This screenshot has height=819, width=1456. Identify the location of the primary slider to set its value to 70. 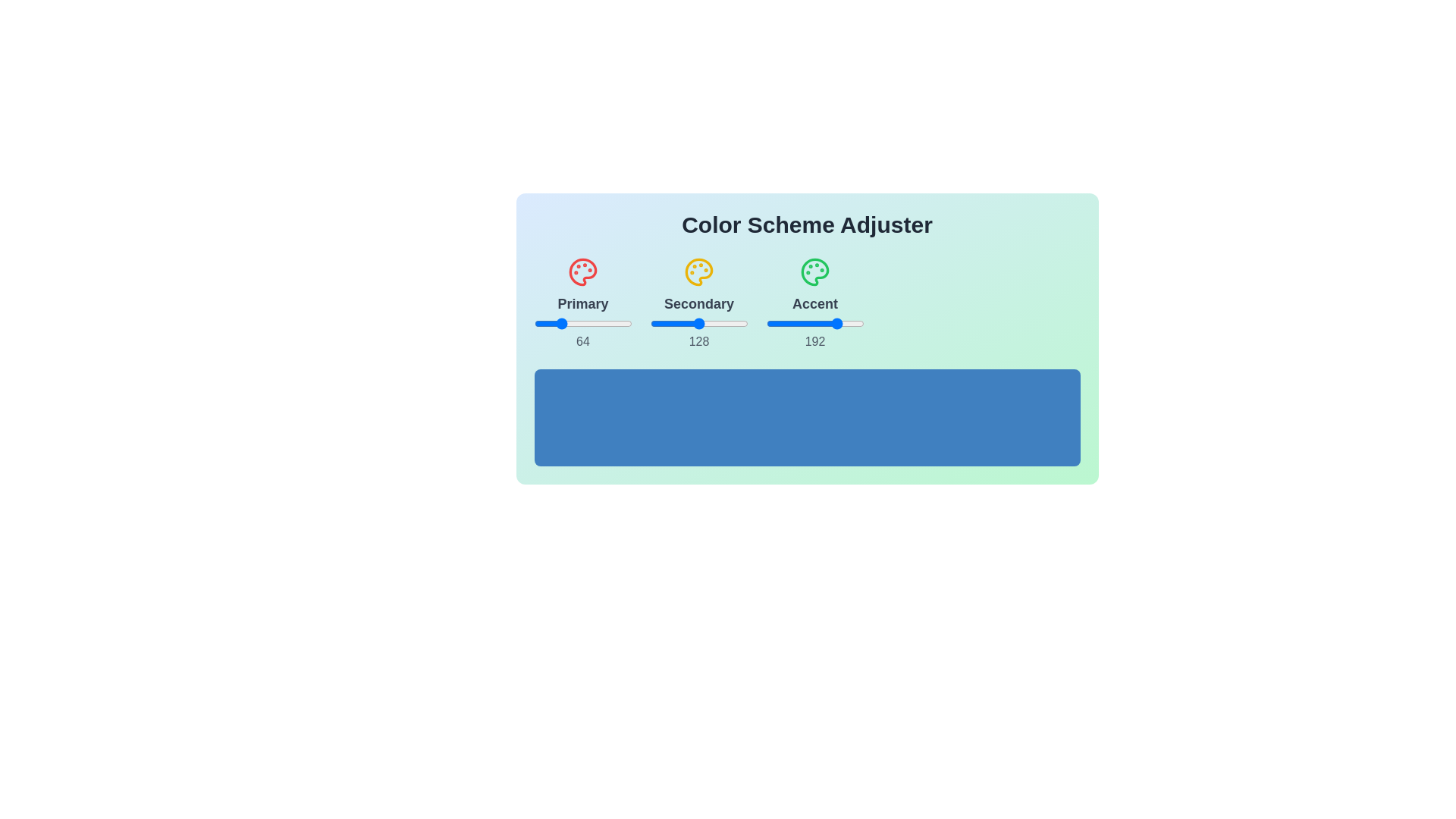
(560, 323).